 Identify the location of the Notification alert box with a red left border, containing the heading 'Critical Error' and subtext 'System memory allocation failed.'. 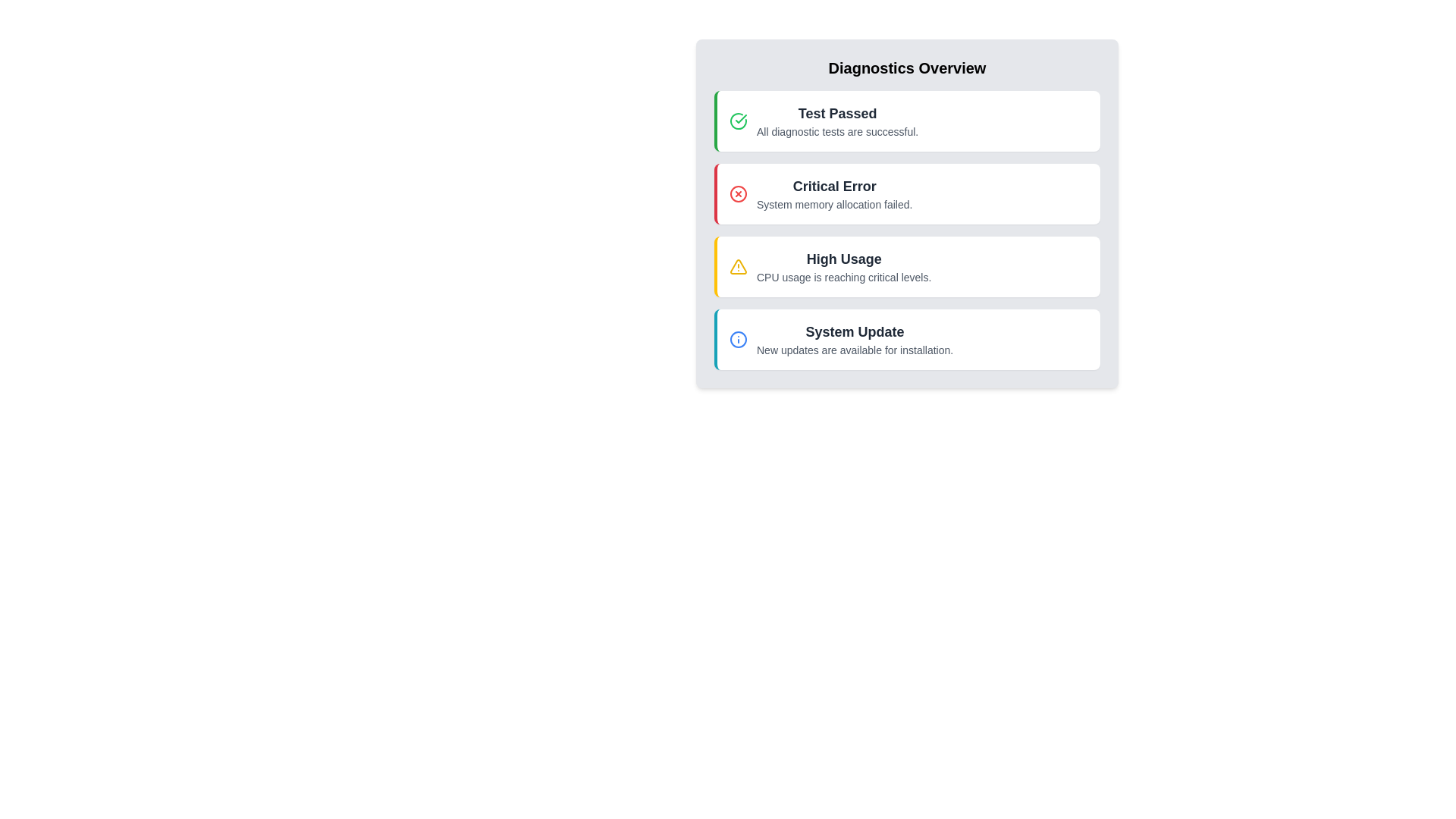
(907, 193).